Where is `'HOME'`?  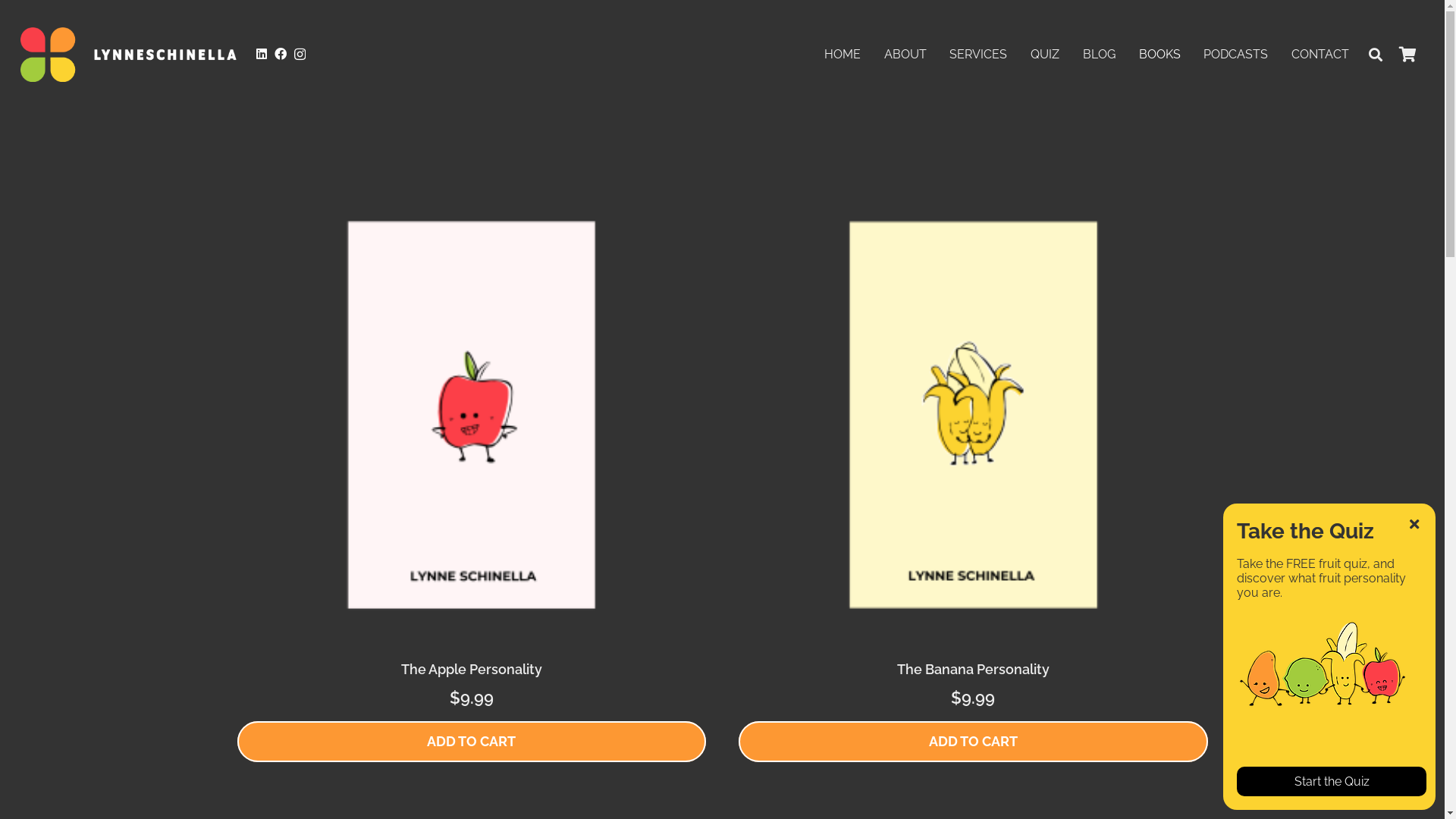 'HOME' is located at coordinates (842, 54).